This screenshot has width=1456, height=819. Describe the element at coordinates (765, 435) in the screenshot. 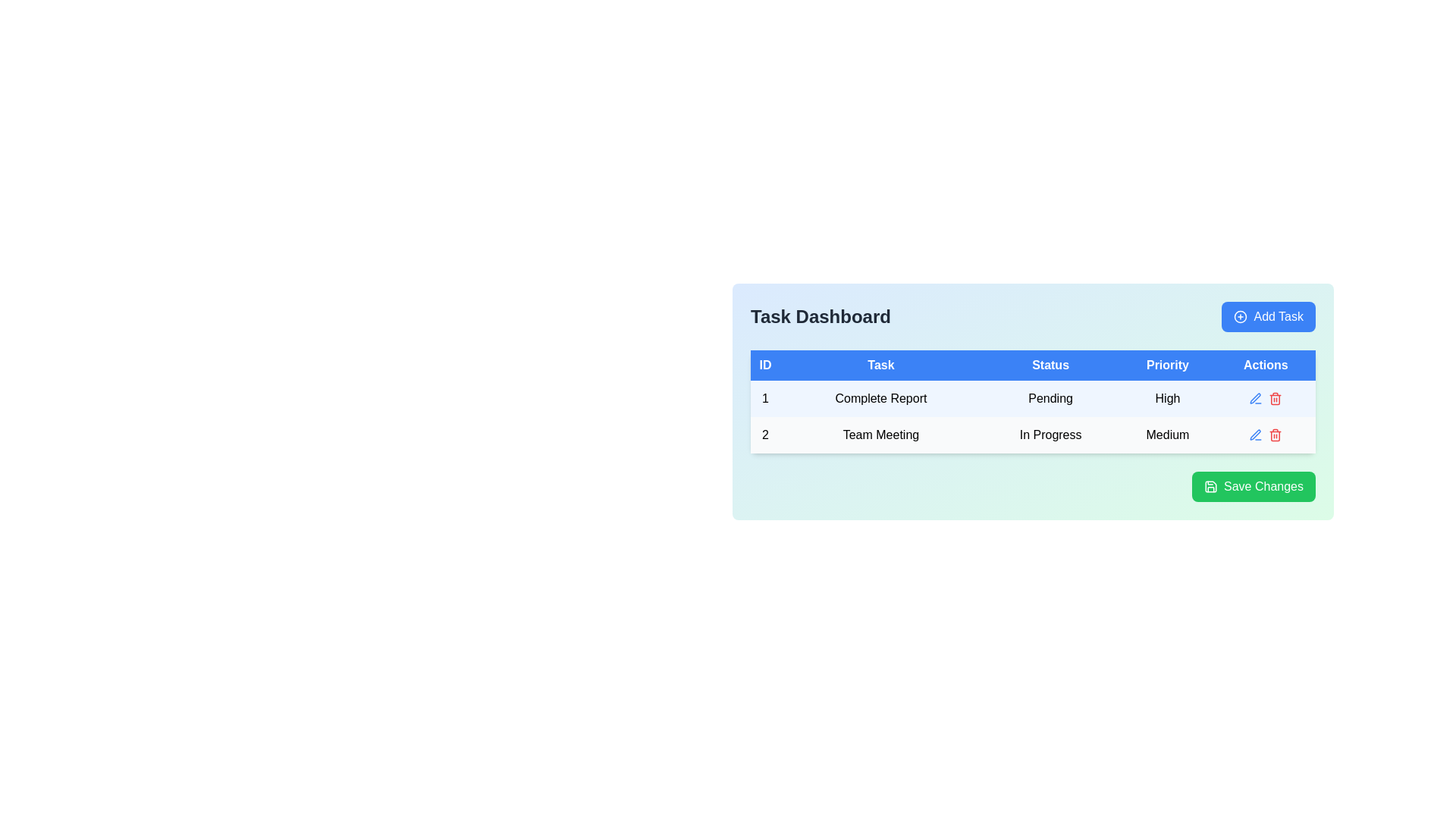

I see `the Text Label displaying the serial number for the task titled 'Team Meeting', located in the second row under the 'ID' column` at that location.